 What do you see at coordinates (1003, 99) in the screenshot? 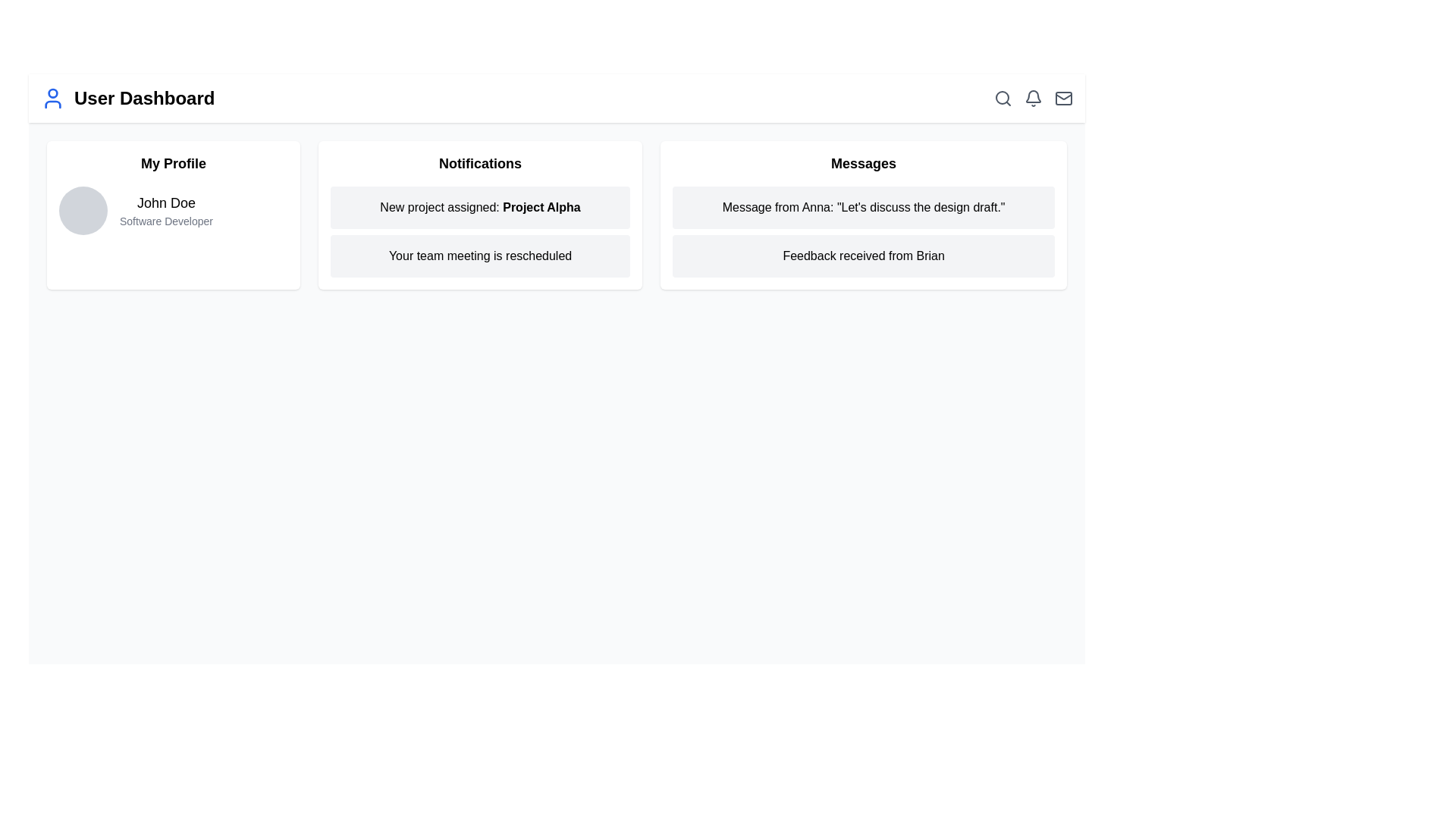
I see `the search icon button located in the top right corner of the interface, adjacent to the bell icon and part of a group of three icons` at bounding box center [1003, 99].